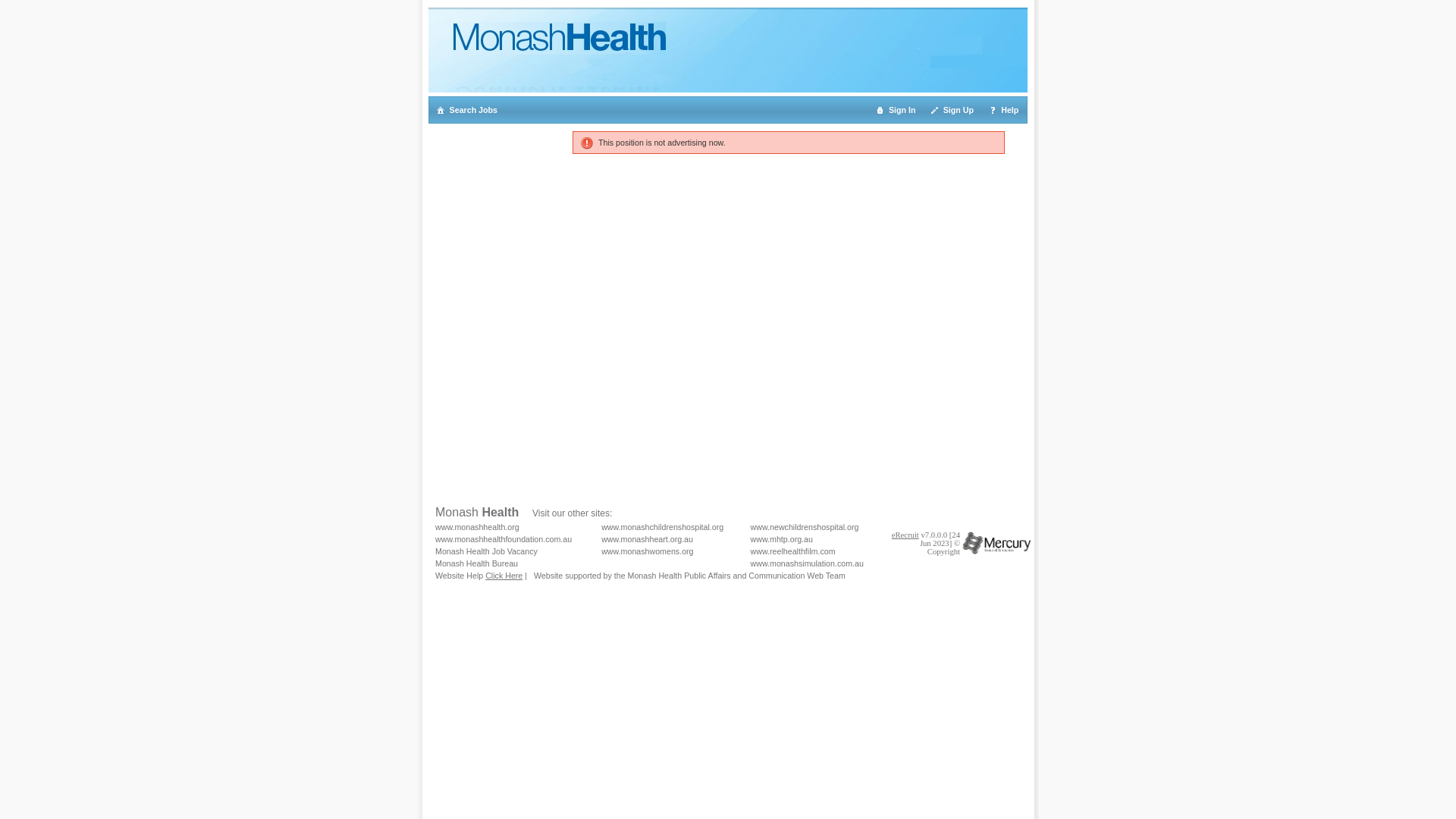 This screenshot has height=819, width=1456. What do you see at coordinates (504, 576) in the screenshot?
I see `'Click Here'` at bounding box center [504, 576].